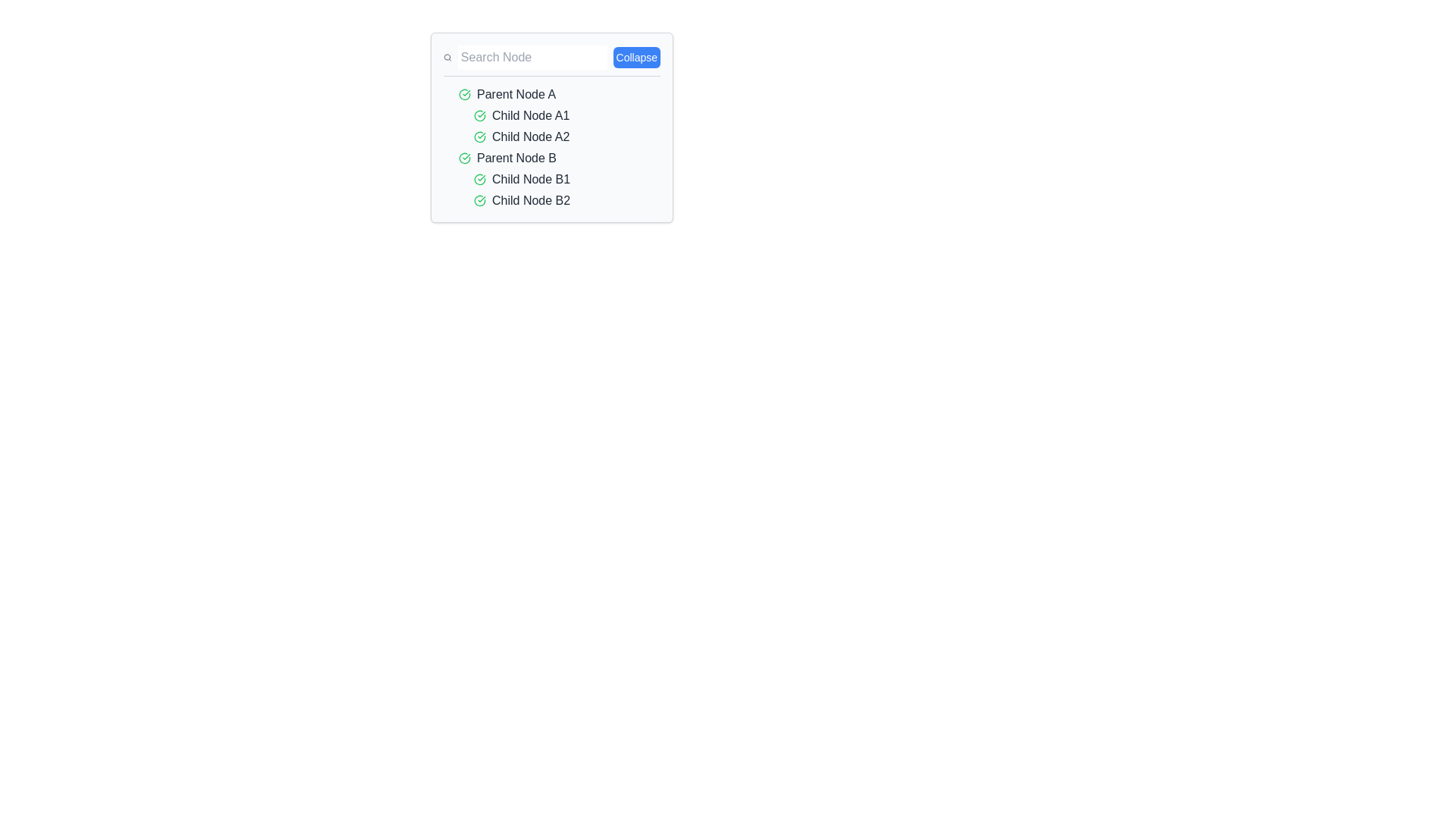  What do you see at coordinates (636, 57) in the screenshot?
I see `the collapse button located at the top-right corner of the layout` at bounding box center [636, 57].